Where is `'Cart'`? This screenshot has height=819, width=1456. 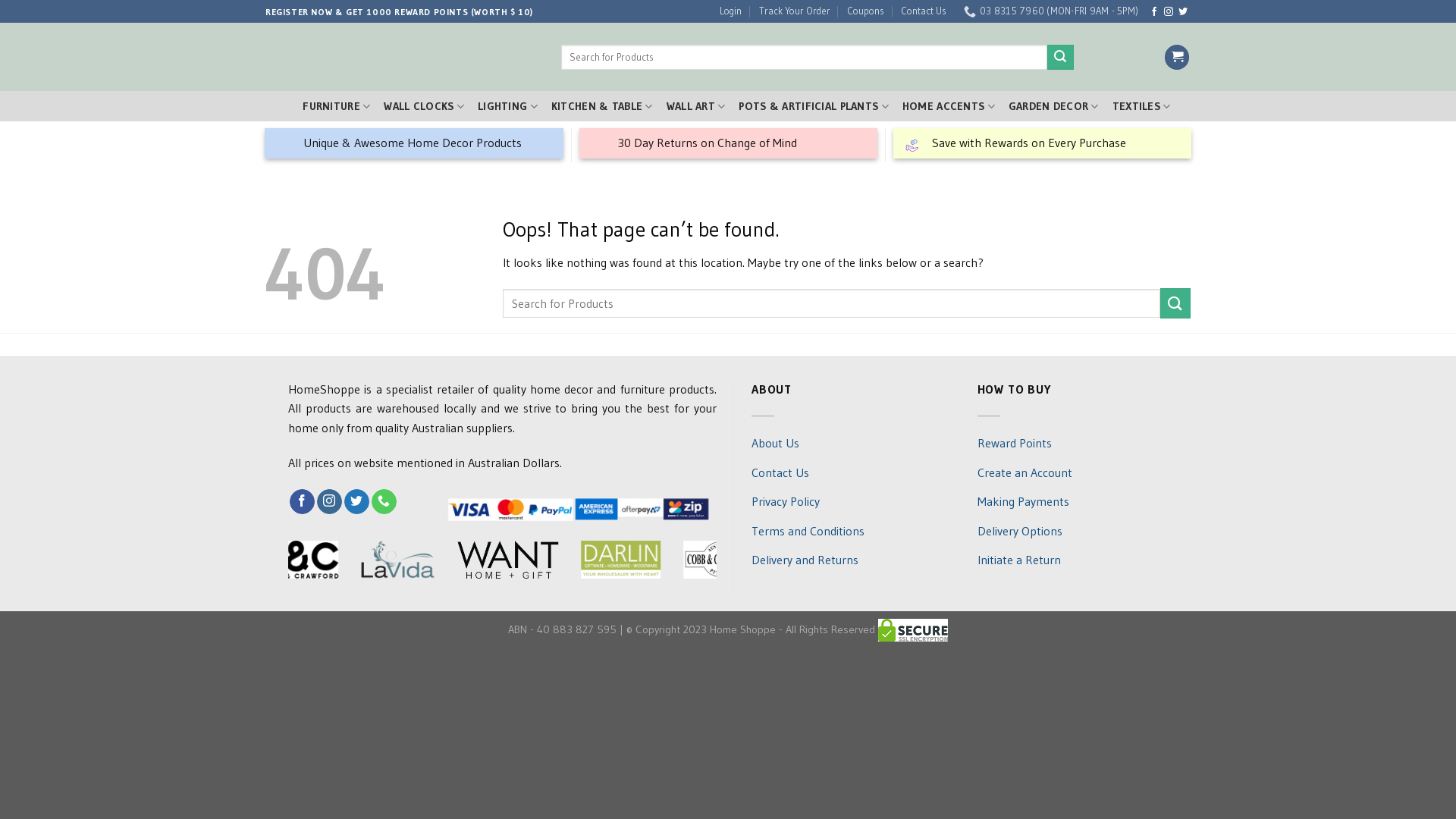 'Cart' is located at coordinates (1175, 56).